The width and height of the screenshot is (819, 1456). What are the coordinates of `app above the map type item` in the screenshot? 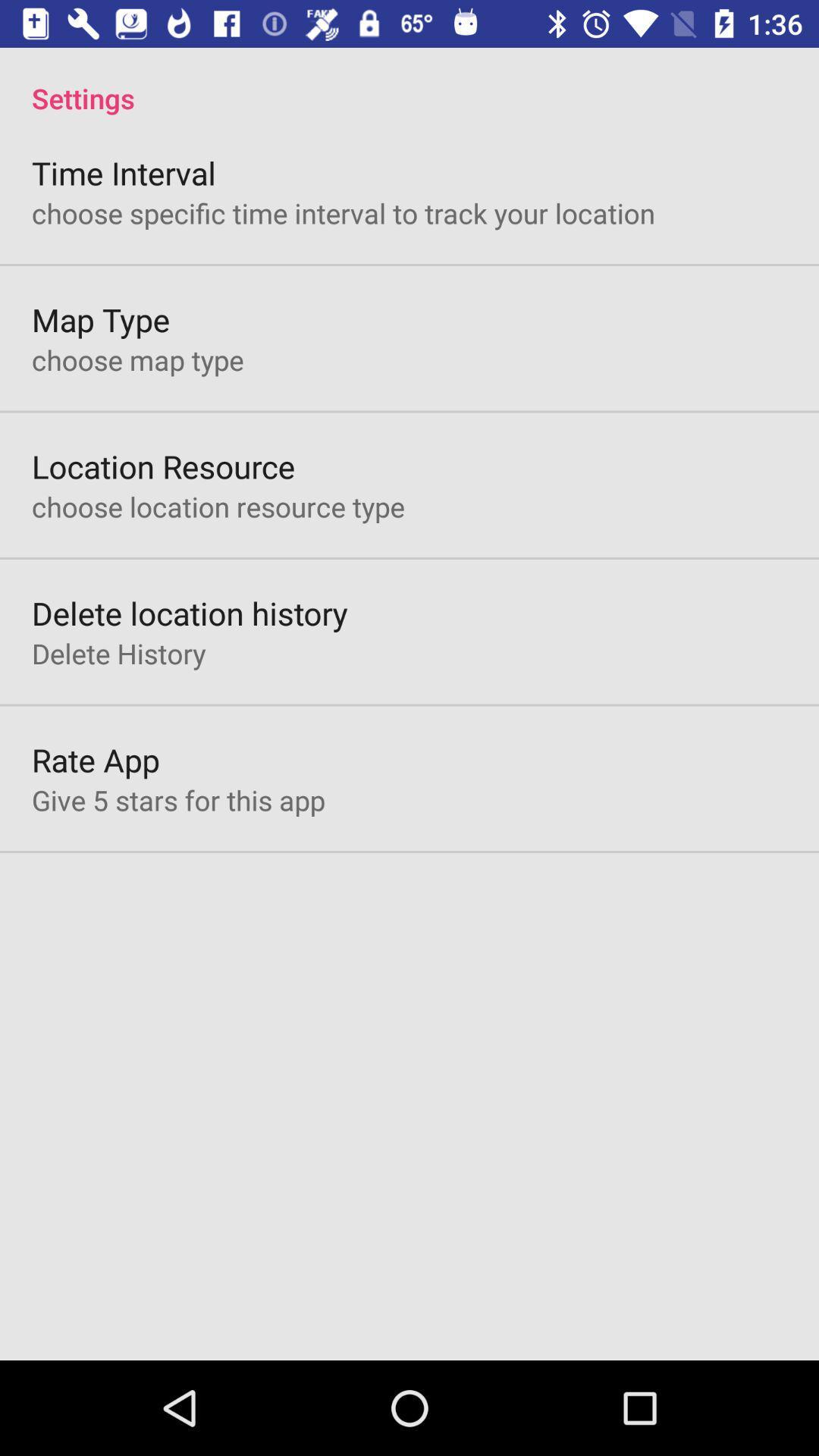 It's located at (343, 212).